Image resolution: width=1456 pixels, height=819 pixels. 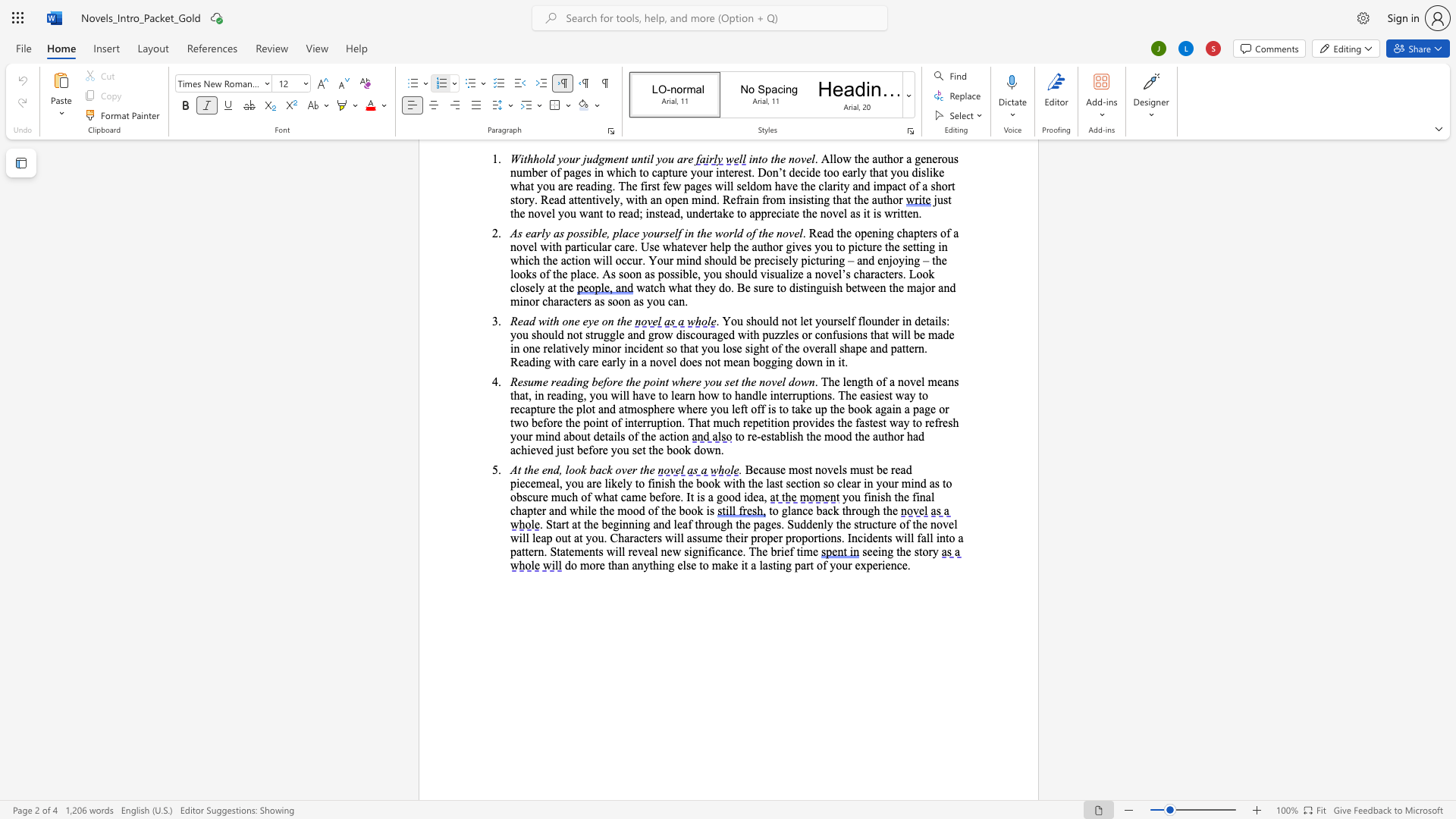 I want to click on the 1th character "o" in the text, so click(x=613, y=348).